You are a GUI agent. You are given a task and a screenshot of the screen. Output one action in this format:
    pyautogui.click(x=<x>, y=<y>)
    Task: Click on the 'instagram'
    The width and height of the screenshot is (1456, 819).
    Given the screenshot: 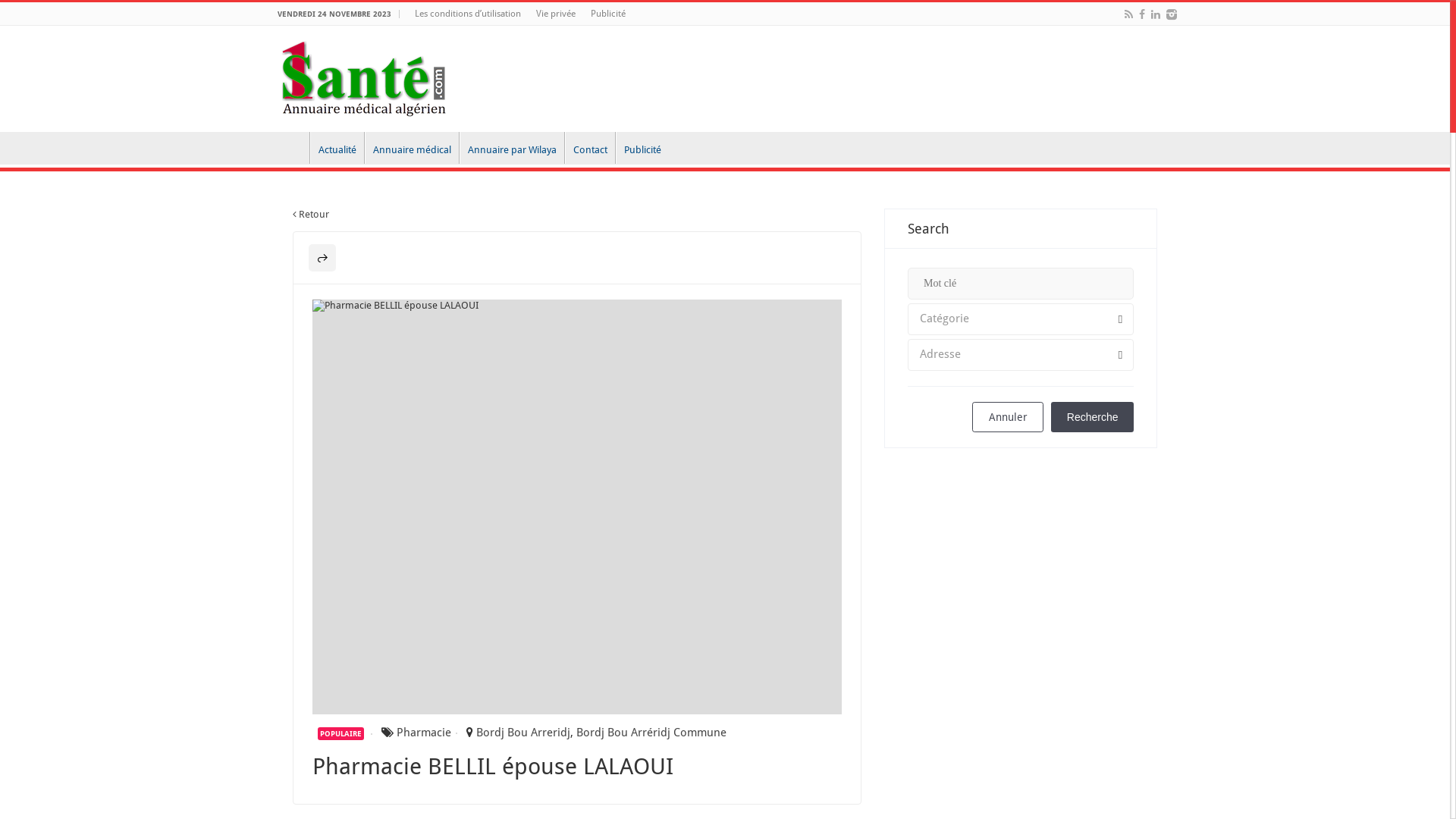 What is the action you would take?
    pyautogui.click(x=1171, y=14)
    